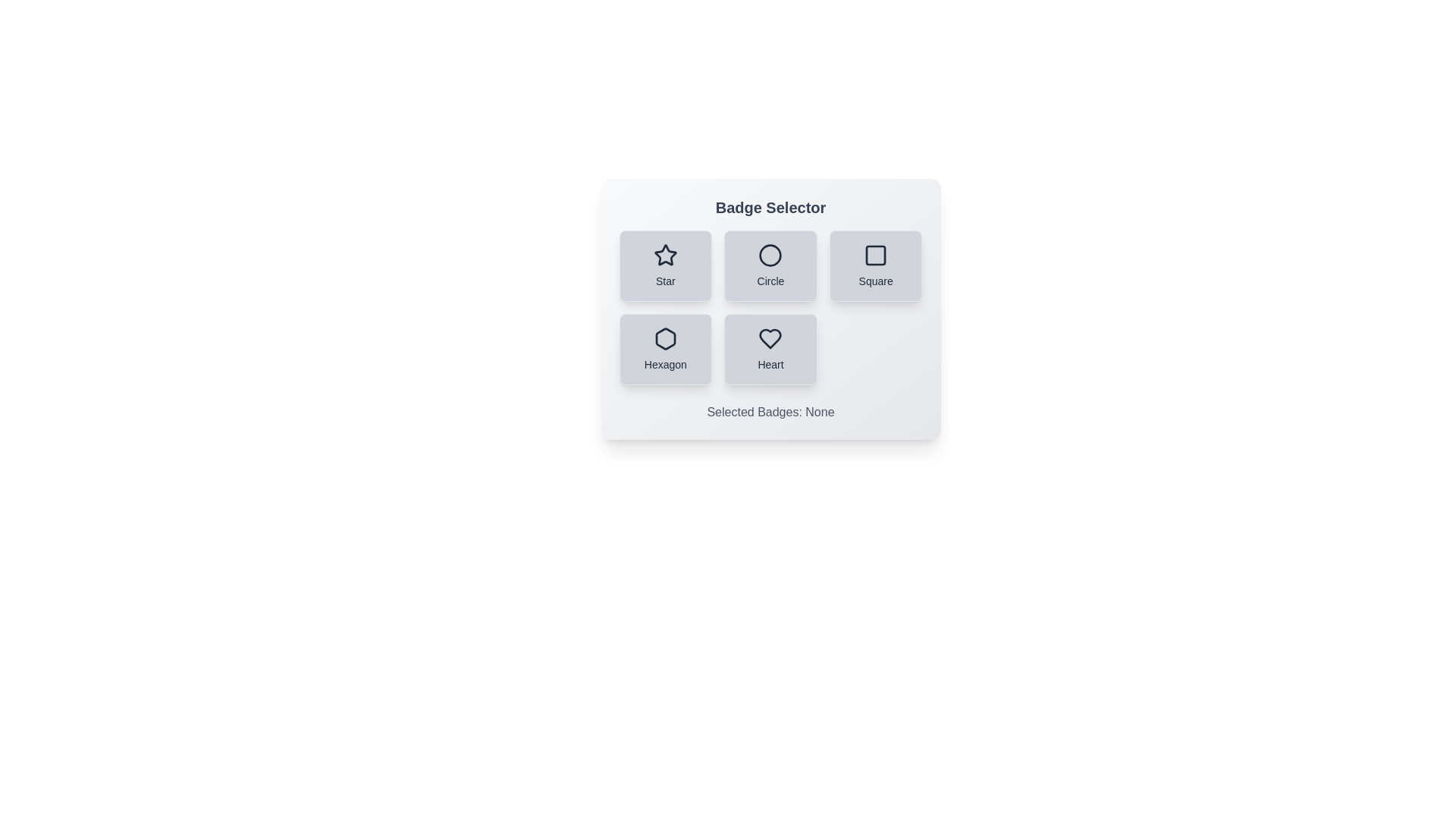  What do you see at coordinates (665, 265) in the screenshot?
I see `the badge button labeled Star to observe its visual feedback` at bounding box center [665, 265].